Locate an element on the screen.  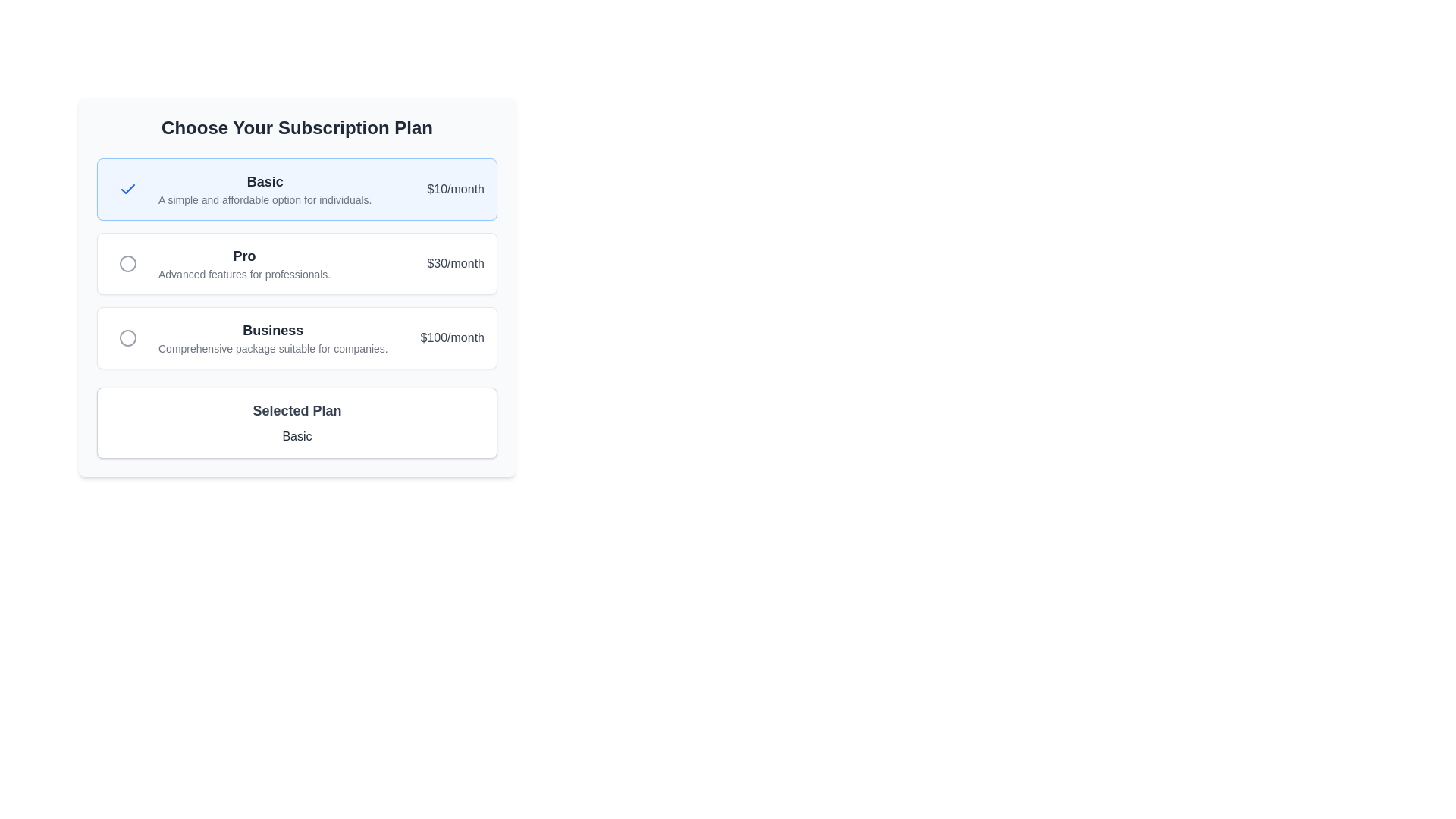
the text label displaying 'Selected Plan Basic', which indicates the currently selected subscription plan is located at coordinates (297, 436).